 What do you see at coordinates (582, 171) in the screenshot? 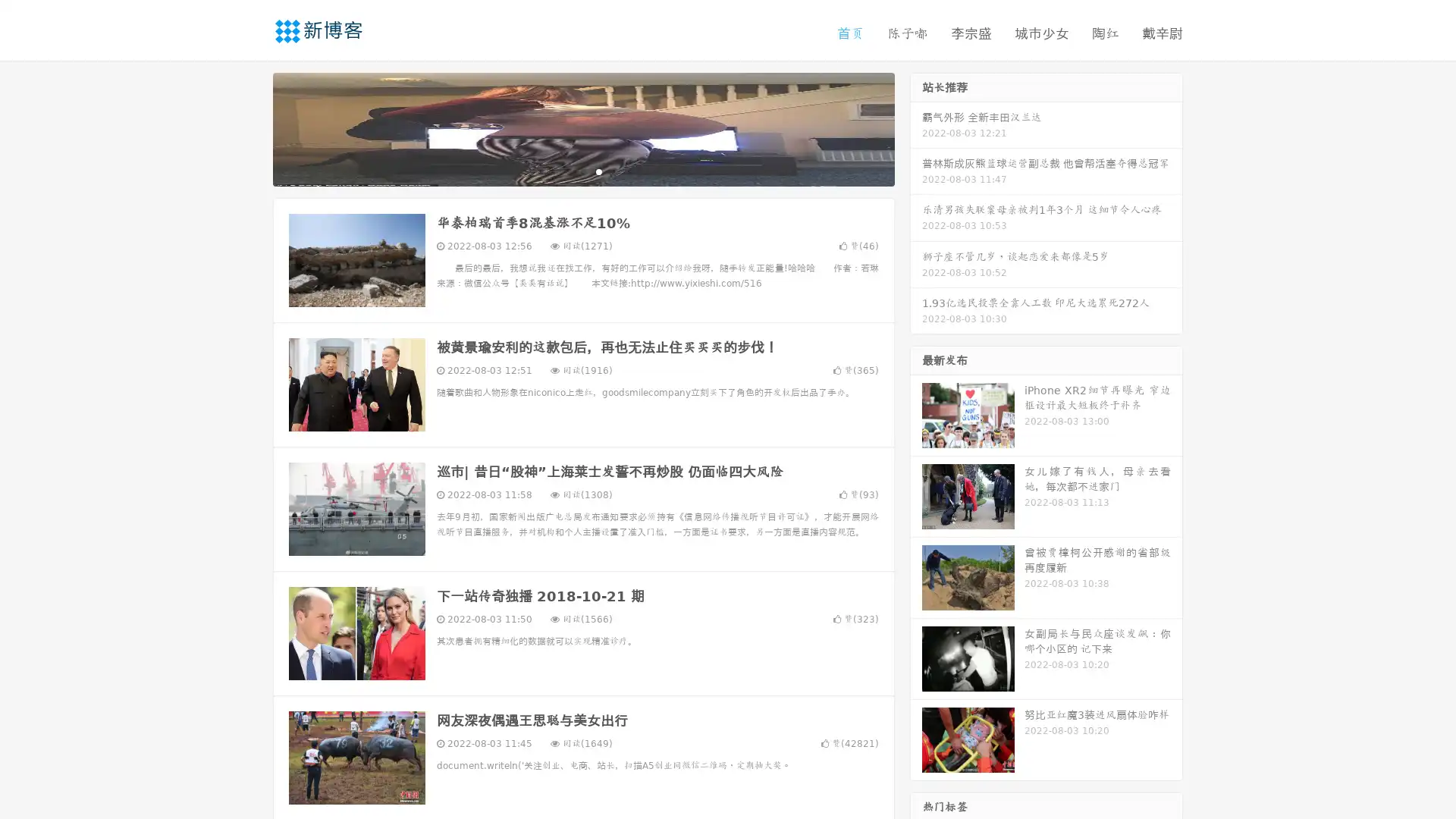
I see `Go to slide 2` at bounding box center [582, 171].